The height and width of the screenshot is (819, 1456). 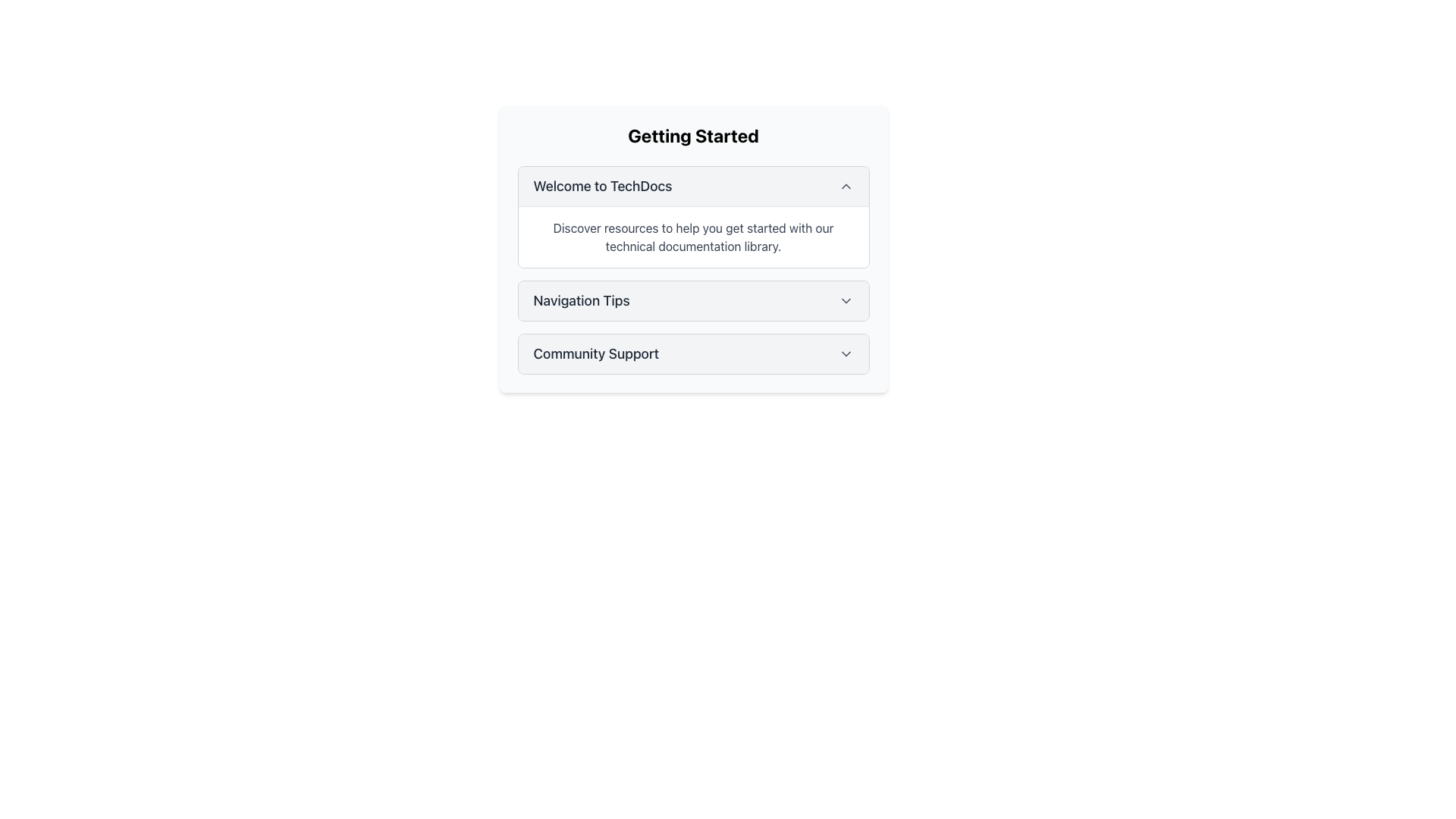 What do you see at coordinates (845, 186) in the screenshot?
I see `the chevron icon located on the far right of the 'Welcome to TechDocs' header section` at bounding box center [845, 186].